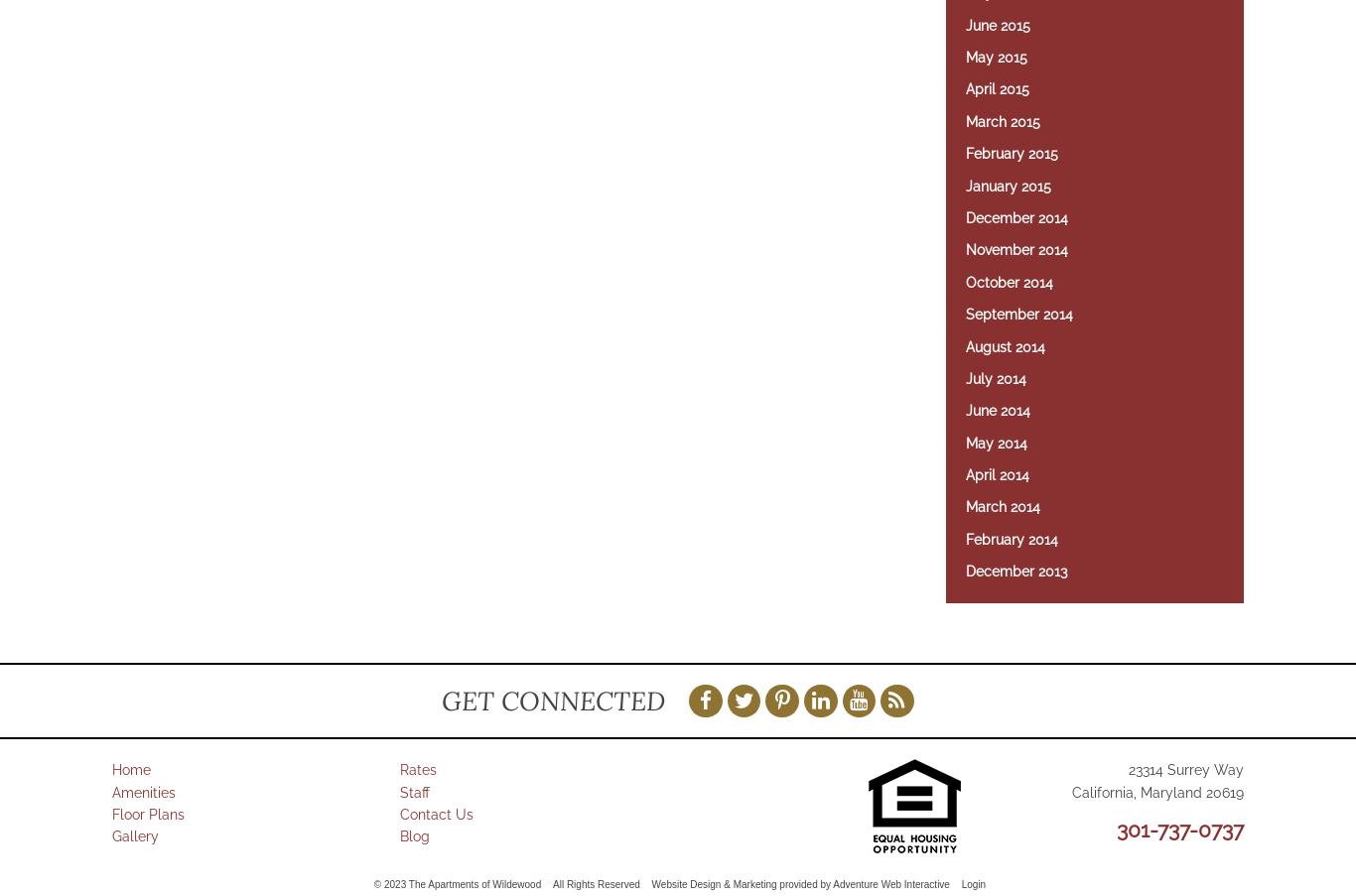 This screenshot has height=896, width=1356. What do you see at coordinates (997, 56) in the screenshot?
I see `'May 2015'` at bounding box center [997, 56].